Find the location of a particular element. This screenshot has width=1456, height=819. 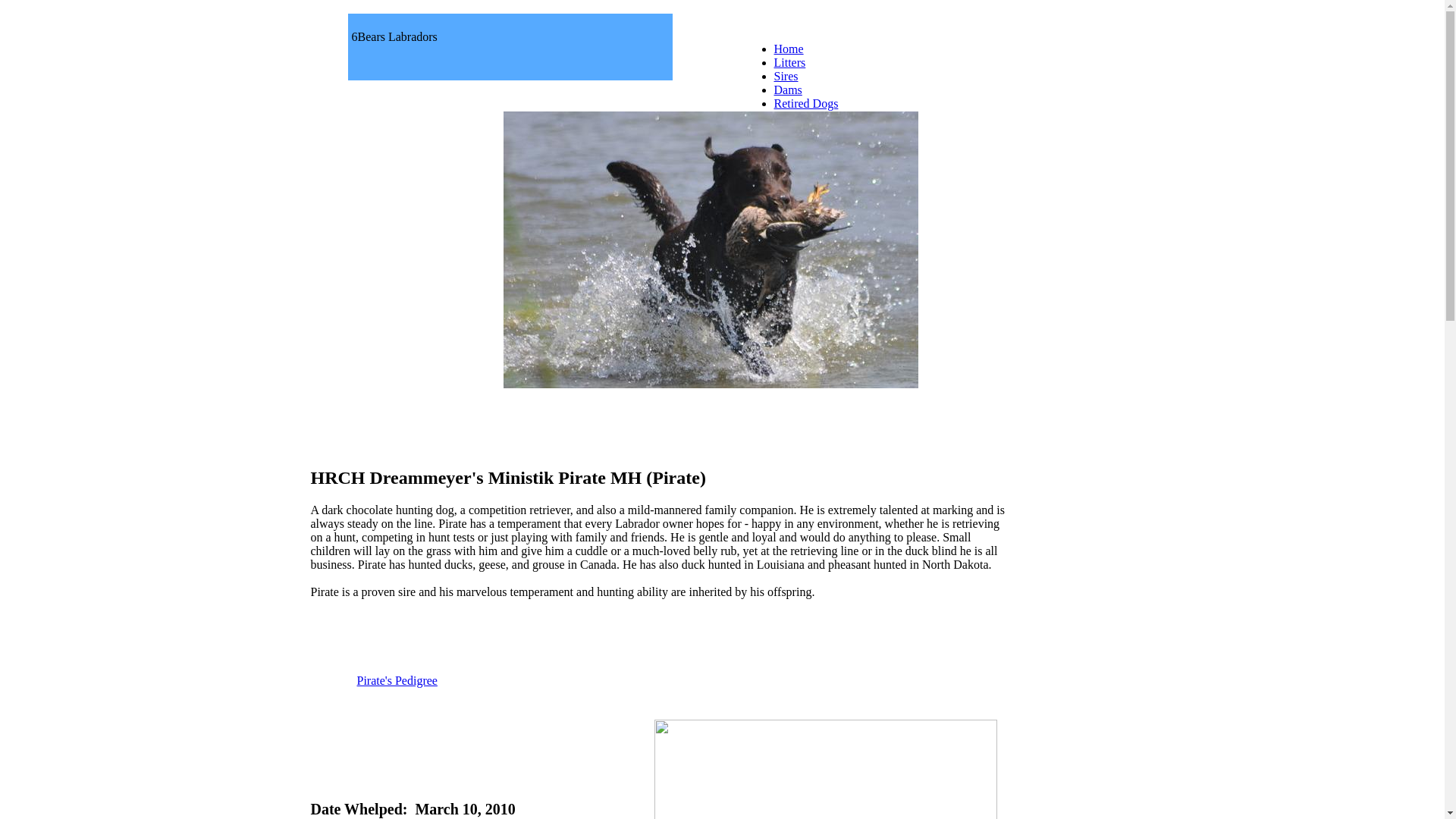

'Pirate's Pedigree' is located at coordinates (397, 679).